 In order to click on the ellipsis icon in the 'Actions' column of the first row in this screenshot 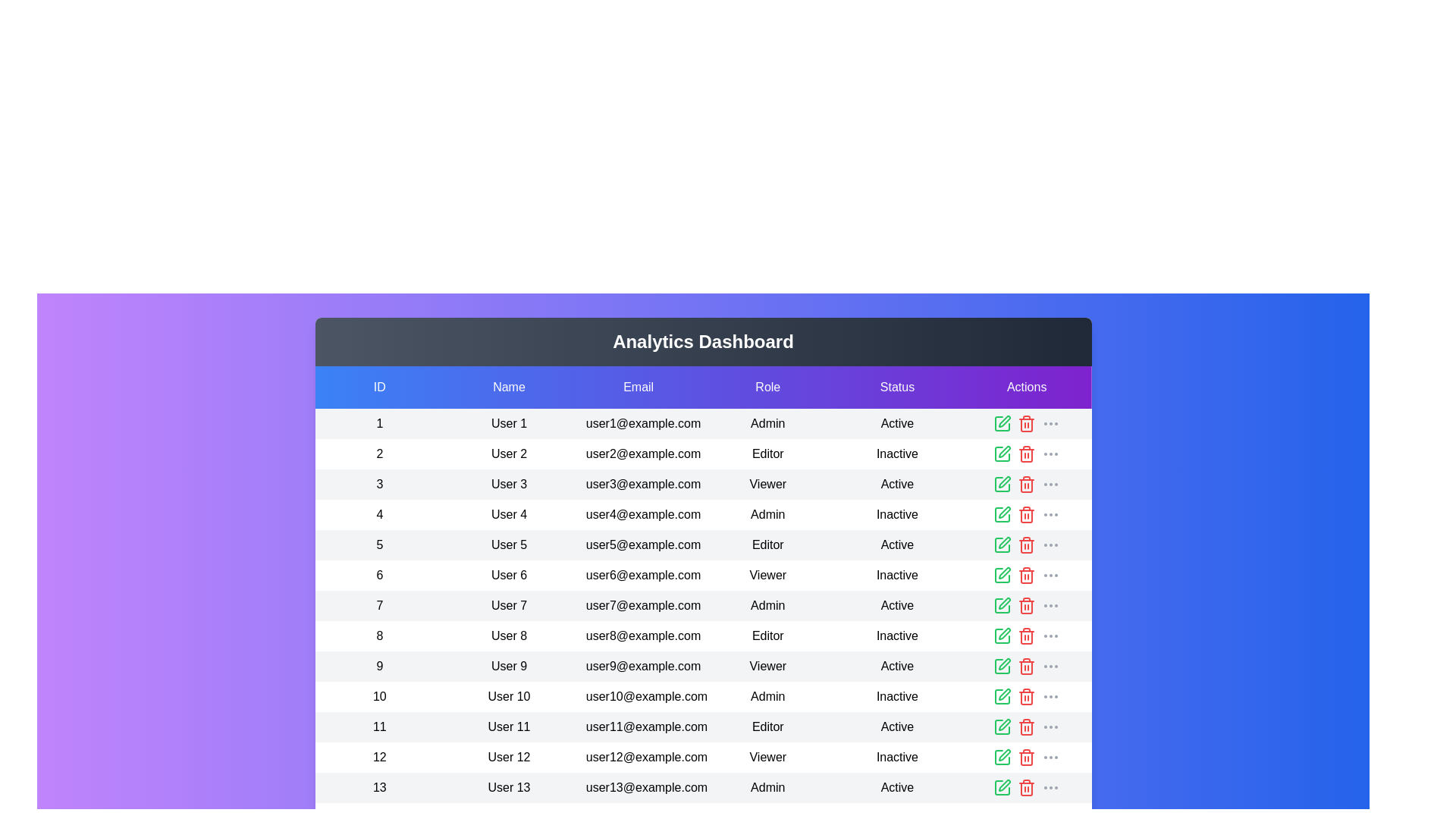, I will do `click(1050, 424)`.